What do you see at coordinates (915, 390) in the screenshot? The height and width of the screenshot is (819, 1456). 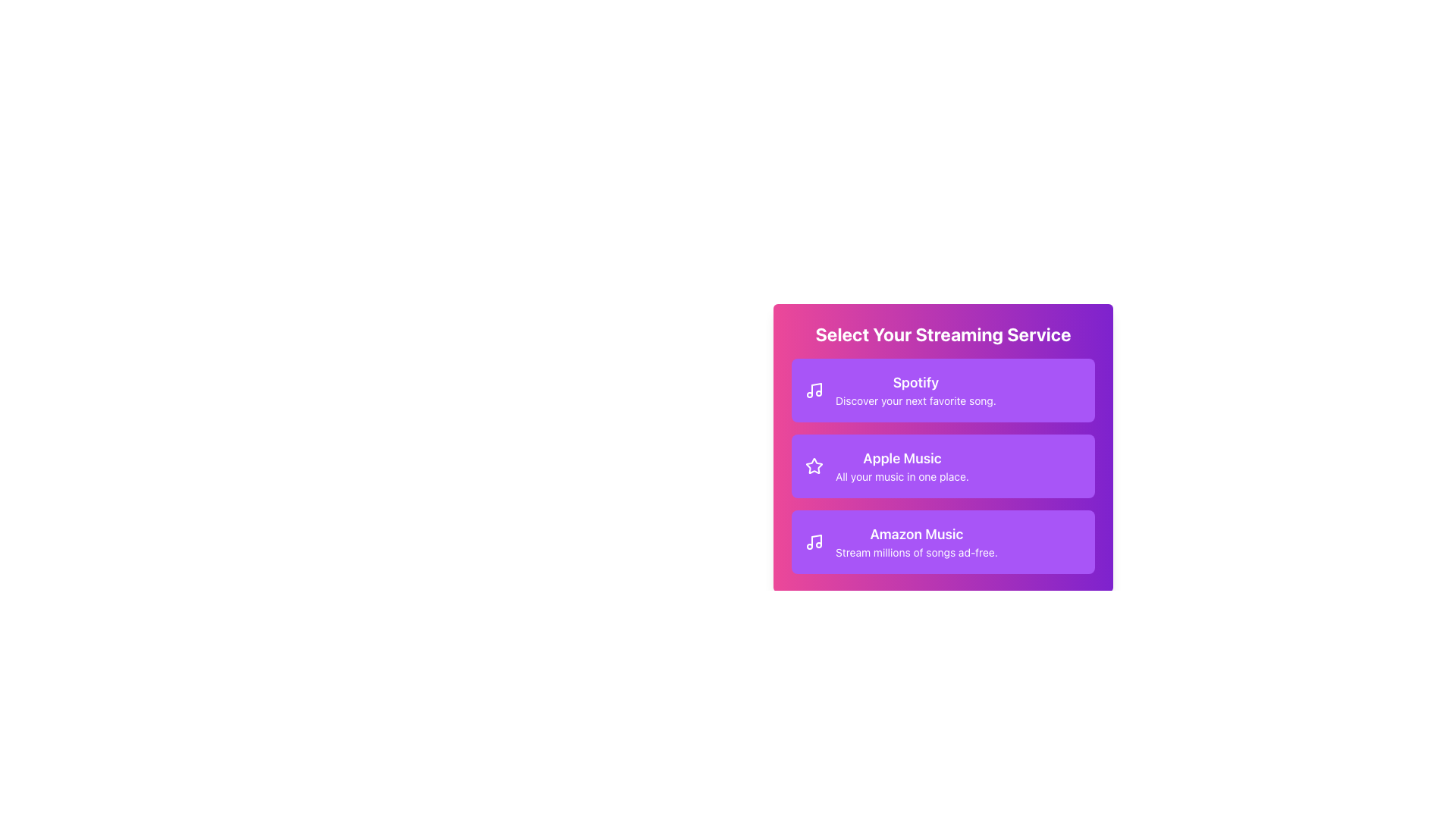 I see `the Clickable List Item labeled 'Spotify' which features bold text on a purple background` at bounding box center [915, 390].